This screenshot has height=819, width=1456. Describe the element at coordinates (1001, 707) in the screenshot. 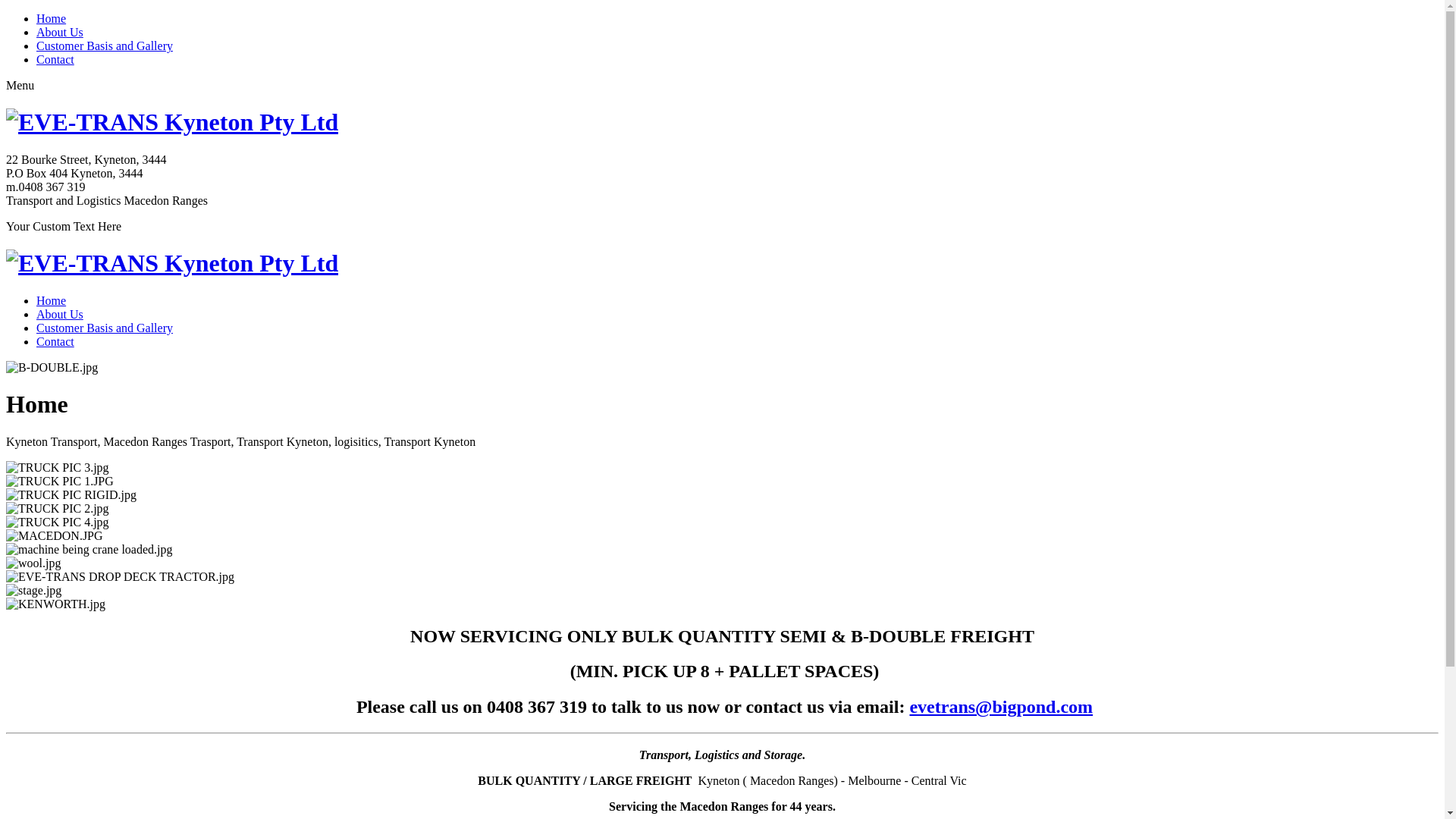

I see `'evetrans@bigpond.com'` at that location.